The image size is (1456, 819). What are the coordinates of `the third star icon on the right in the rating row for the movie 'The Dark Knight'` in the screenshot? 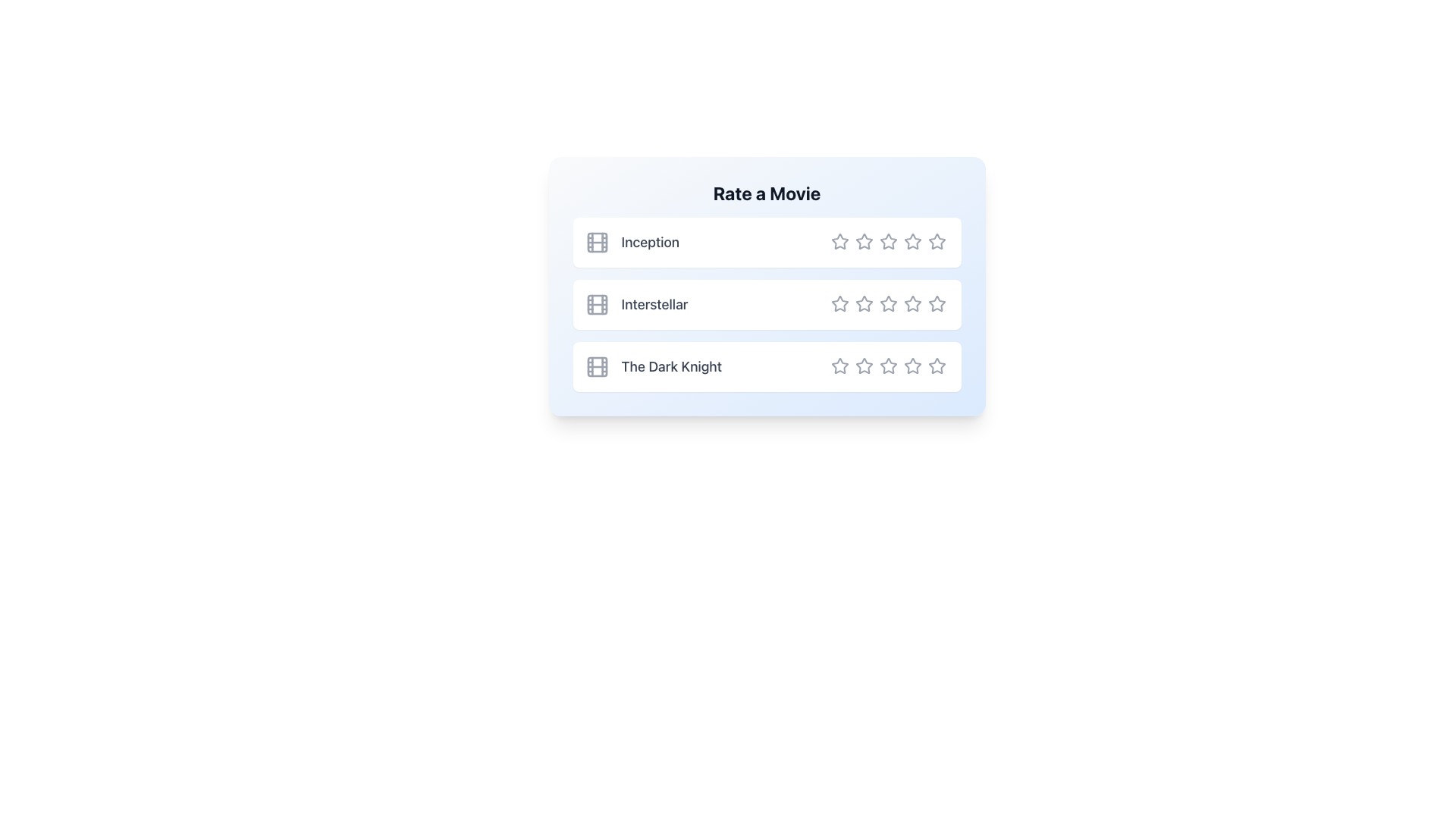 It's located at (888, 366).